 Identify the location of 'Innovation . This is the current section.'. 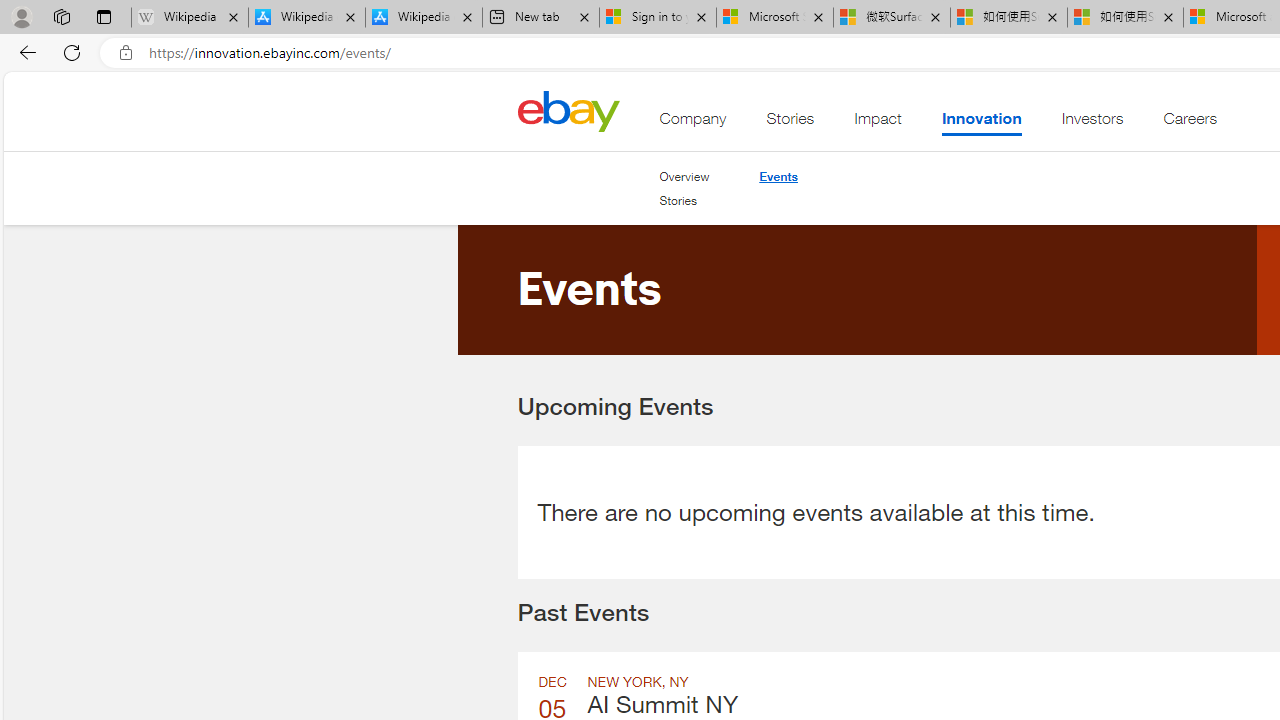
(981, 123).